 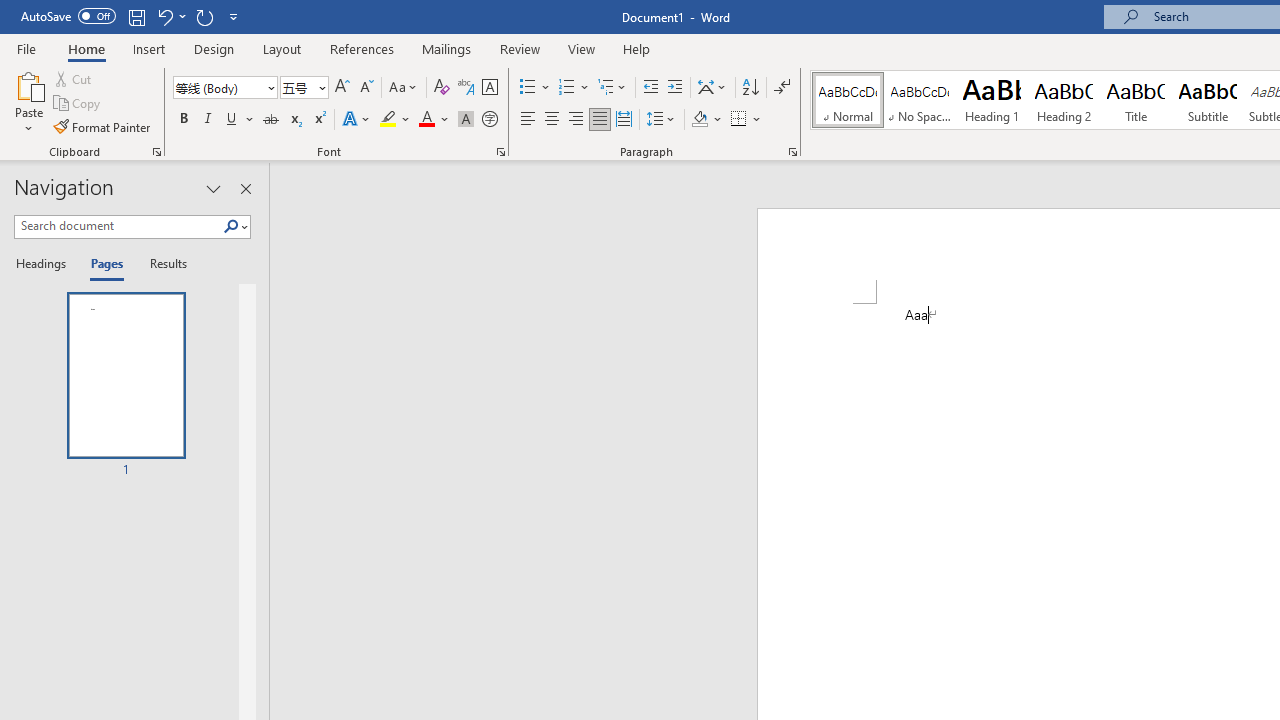 I want to click on 'Decrease Indent', so click(x=650, y=86).